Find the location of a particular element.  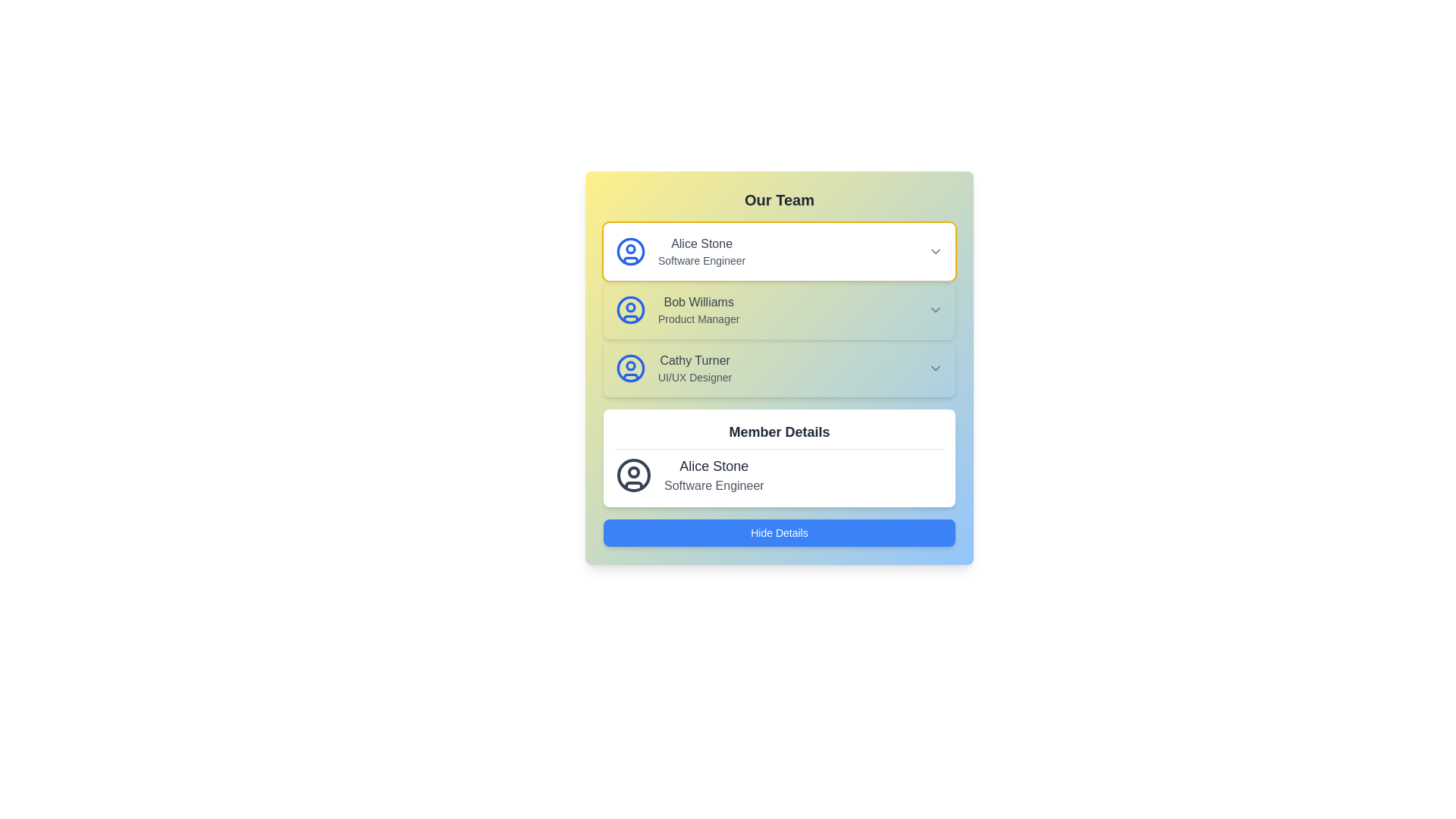

the user icon representing Alice Stone located at the top-left corner of the member details card is located at coordinates (633, 475).